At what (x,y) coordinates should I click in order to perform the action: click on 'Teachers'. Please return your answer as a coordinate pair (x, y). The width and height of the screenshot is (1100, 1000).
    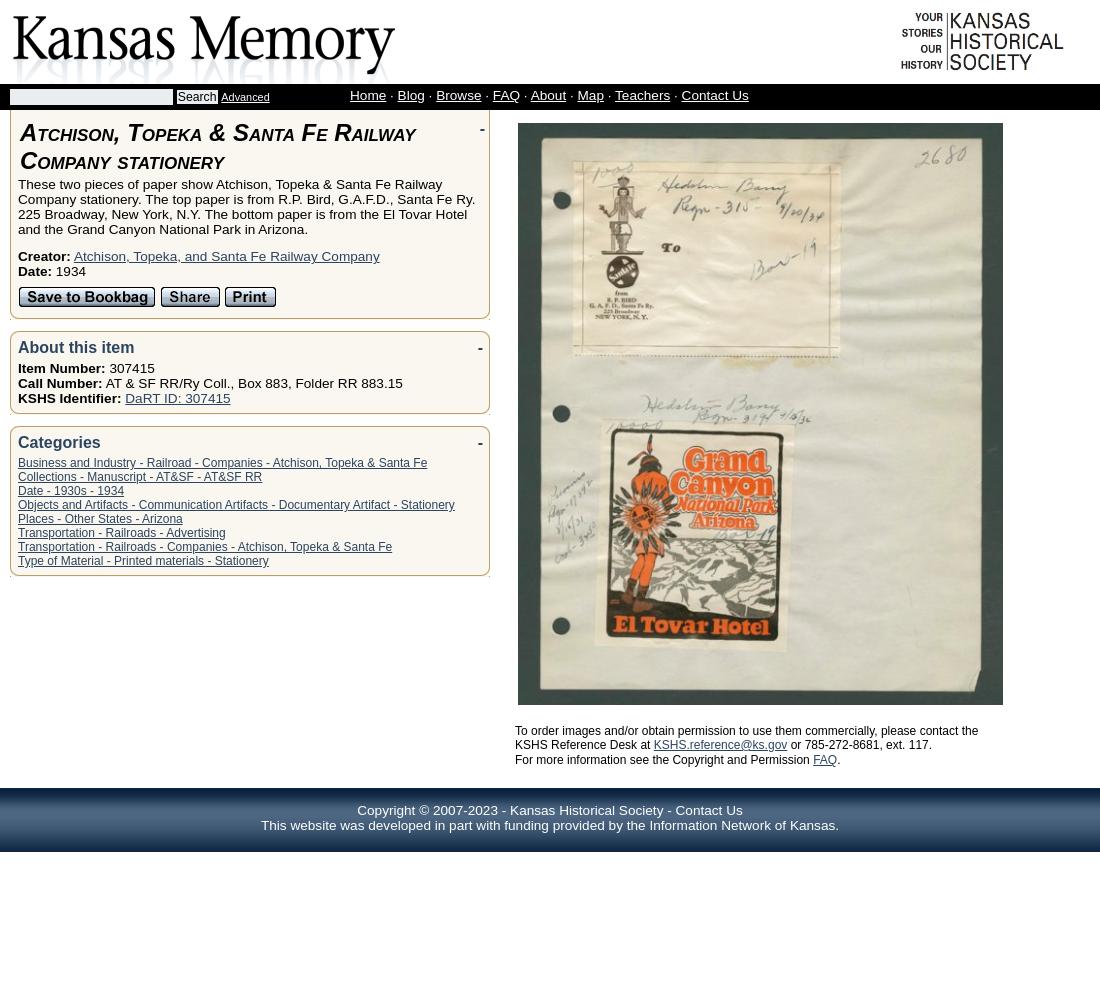
    Looking at the image, I should click on (642, 94).